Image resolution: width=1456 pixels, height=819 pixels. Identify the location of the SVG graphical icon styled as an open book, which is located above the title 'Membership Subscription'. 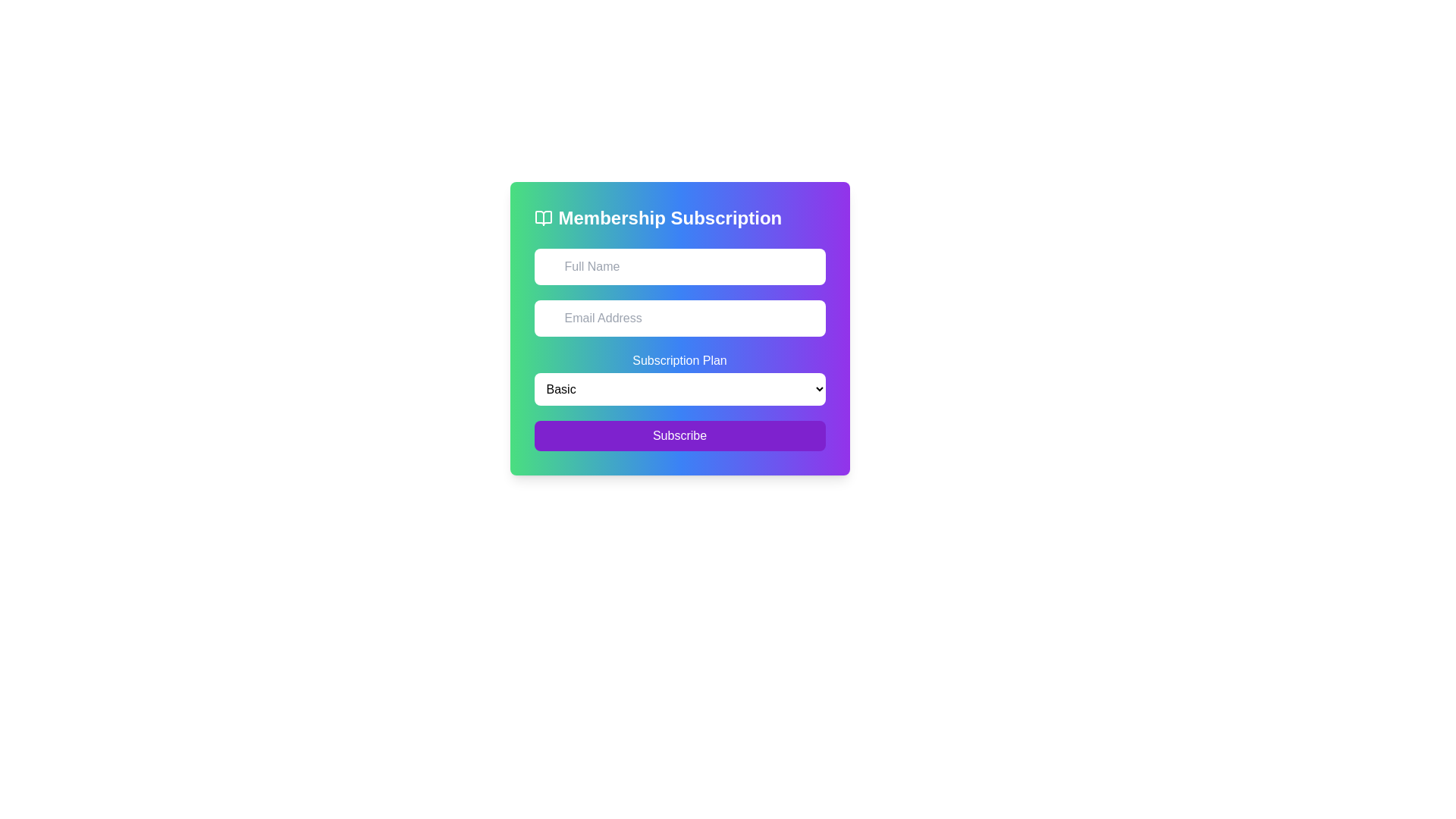
(543, 218).